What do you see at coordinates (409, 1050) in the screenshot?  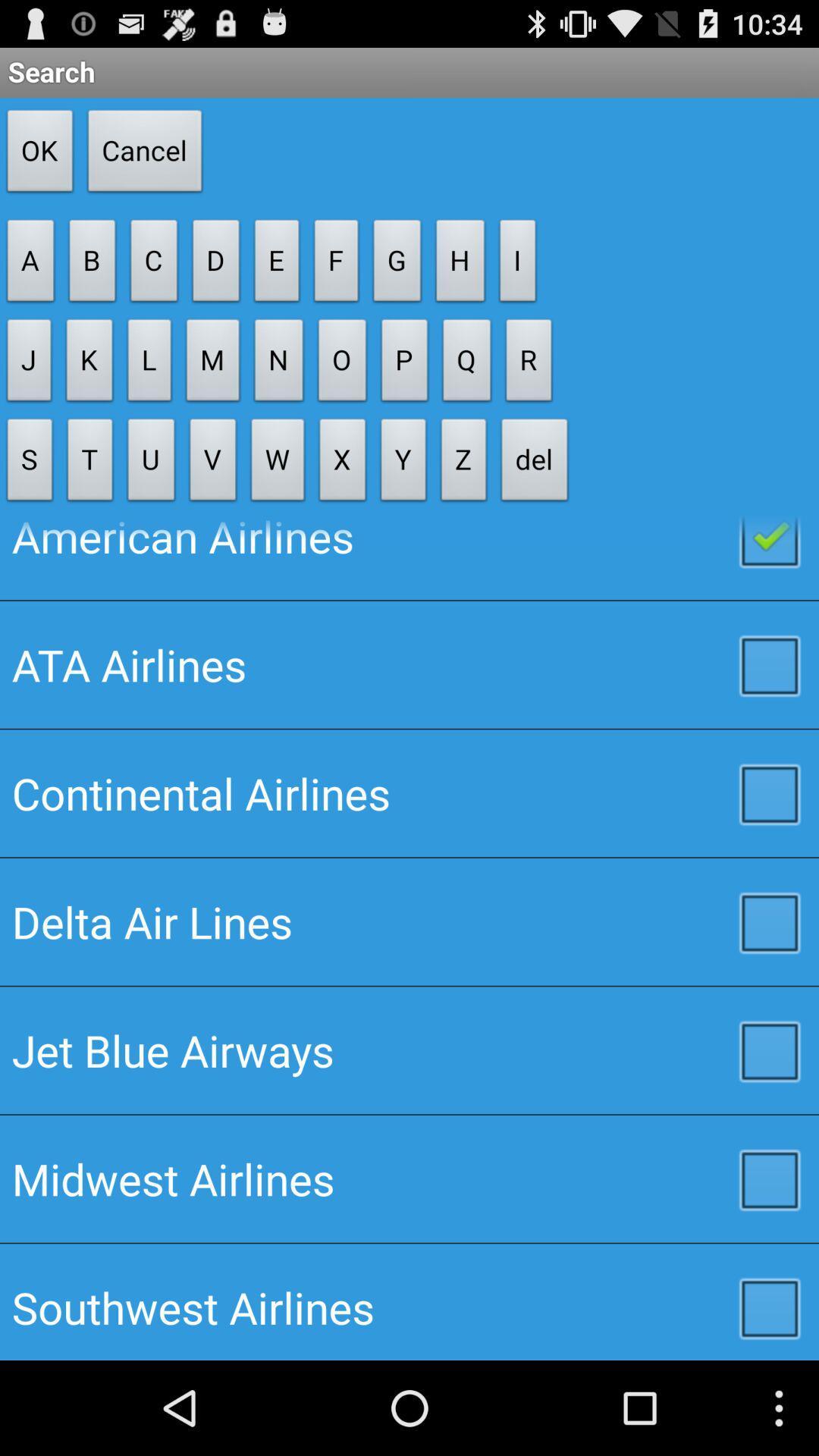 I see `jet blue airways item` at bounding box center [409, 1050].